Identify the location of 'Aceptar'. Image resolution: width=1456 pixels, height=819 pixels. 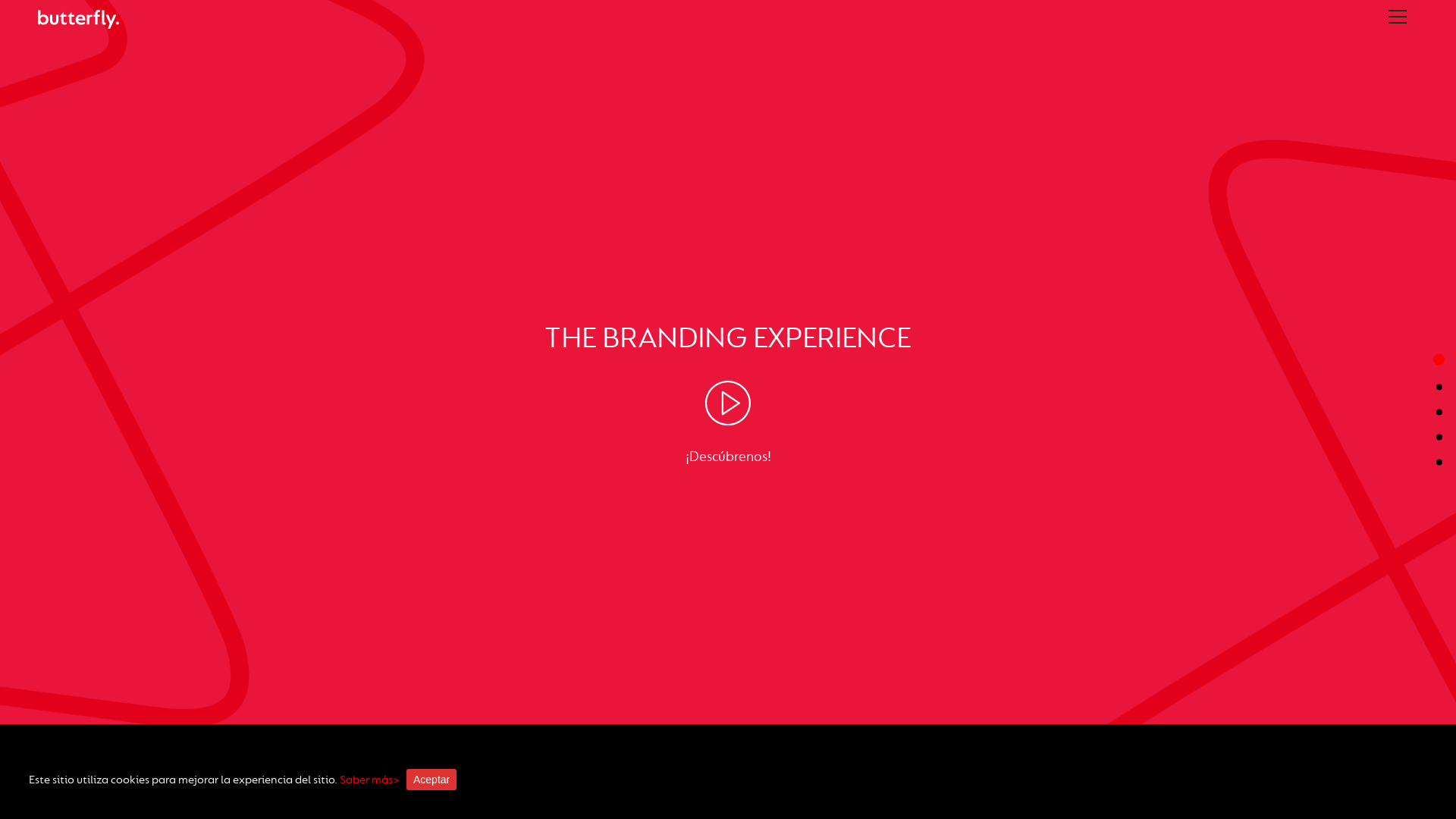
(431, 780).